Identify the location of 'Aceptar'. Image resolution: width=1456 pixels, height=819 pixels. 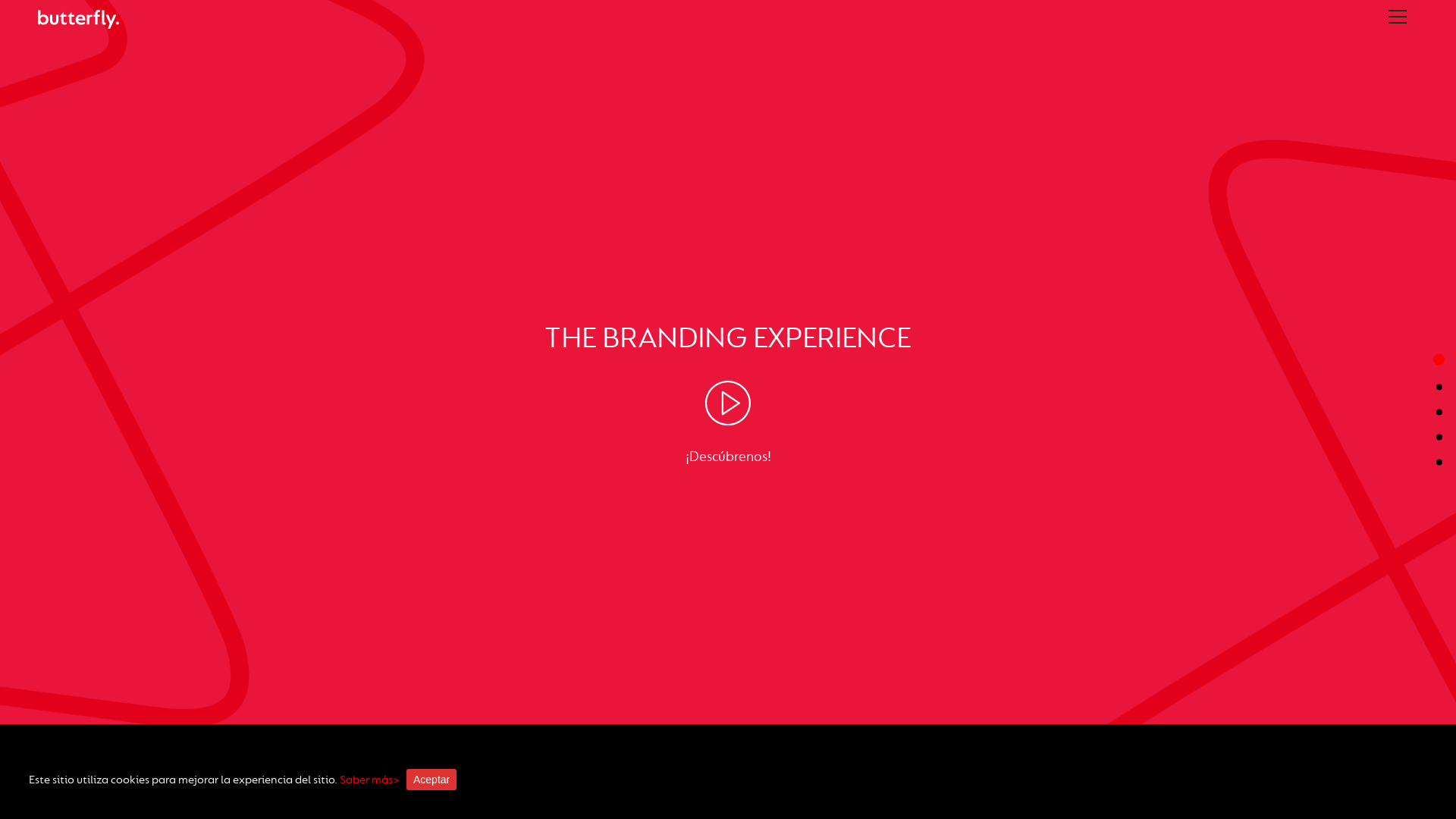
(431, 780).